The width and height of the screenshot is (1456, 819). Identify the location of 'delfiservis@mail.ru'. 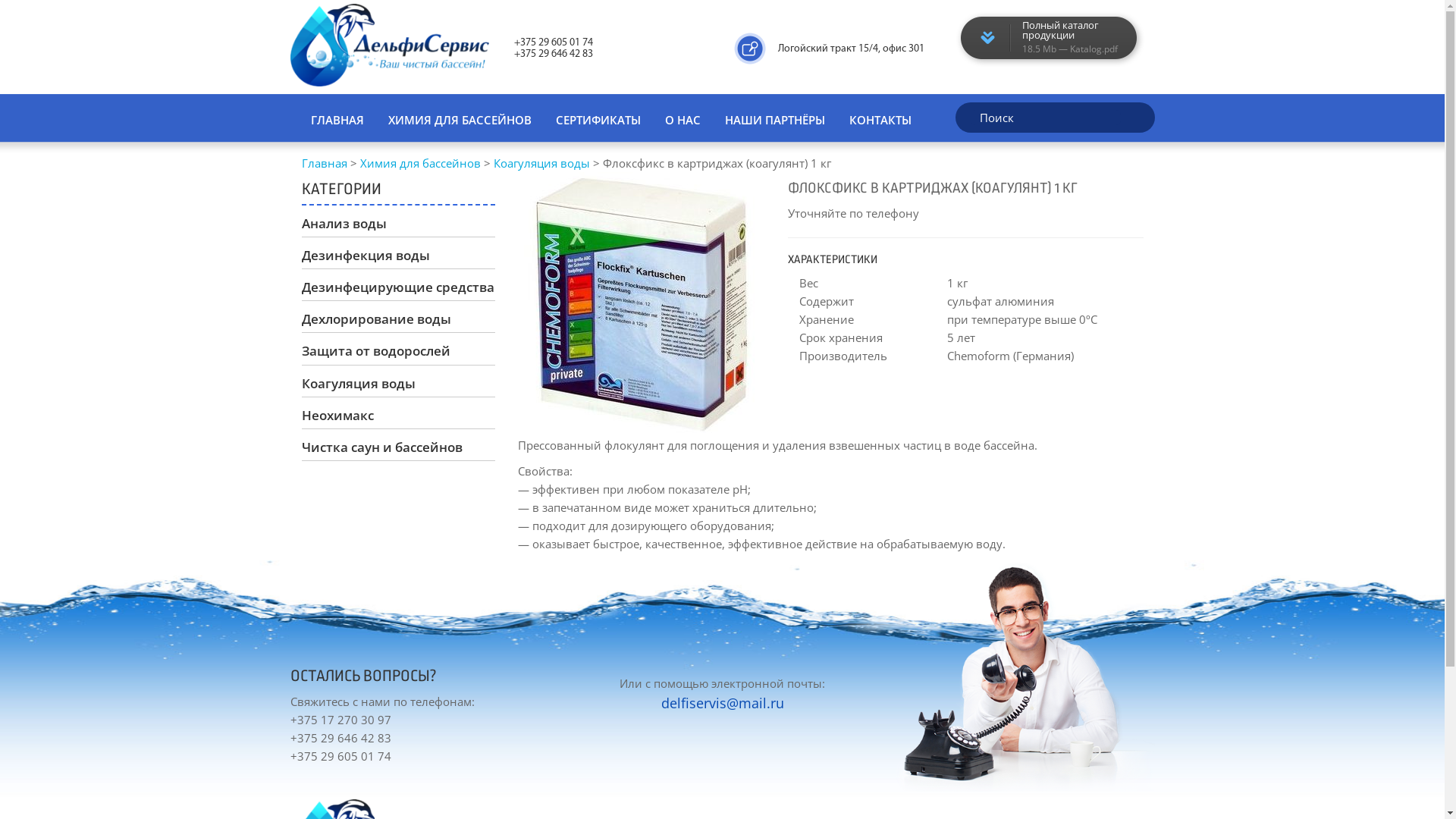
(661, 701).